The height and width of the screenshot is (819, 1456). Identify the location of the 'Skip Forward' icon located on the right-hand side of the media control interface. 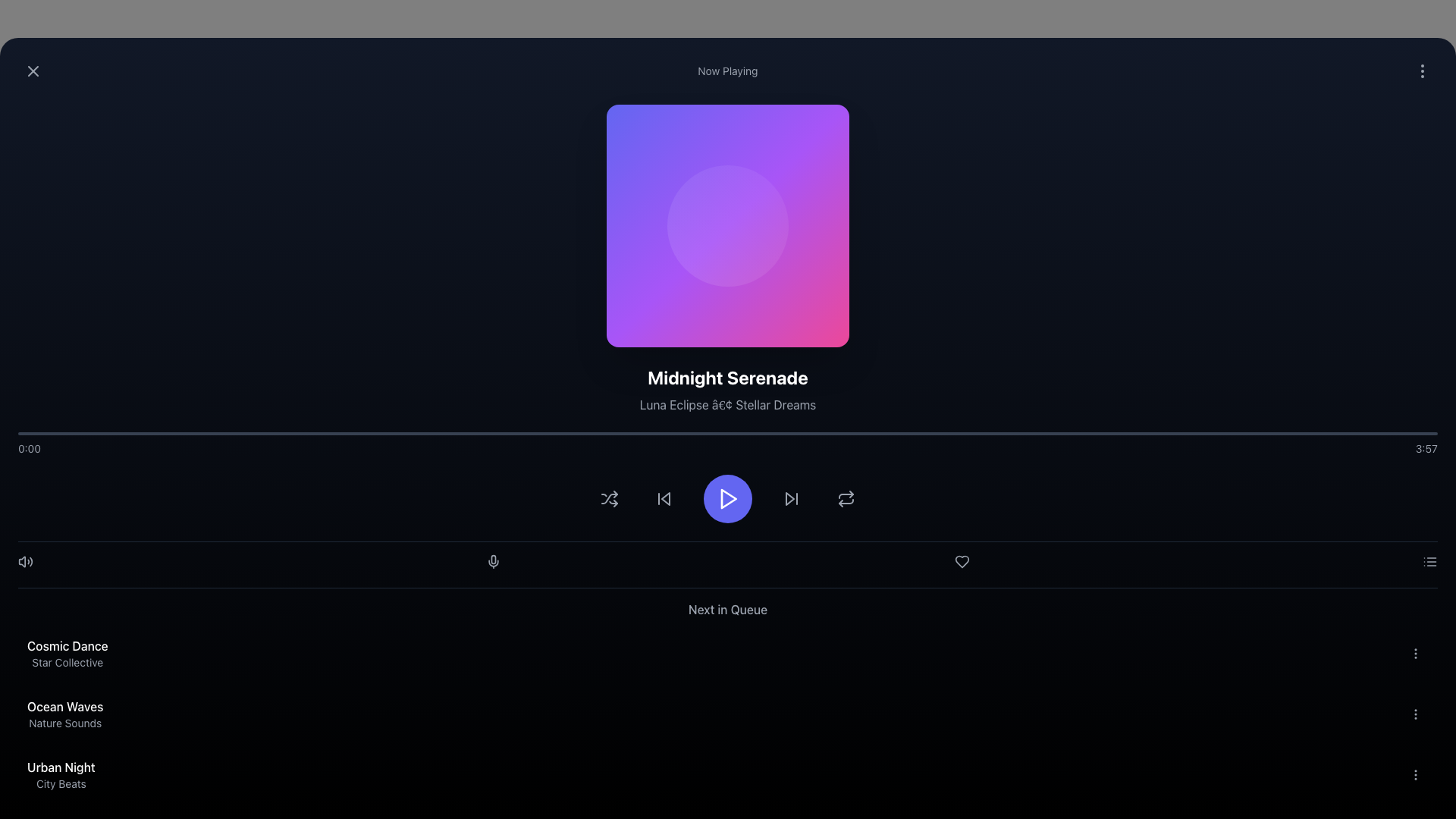
(789, 499).